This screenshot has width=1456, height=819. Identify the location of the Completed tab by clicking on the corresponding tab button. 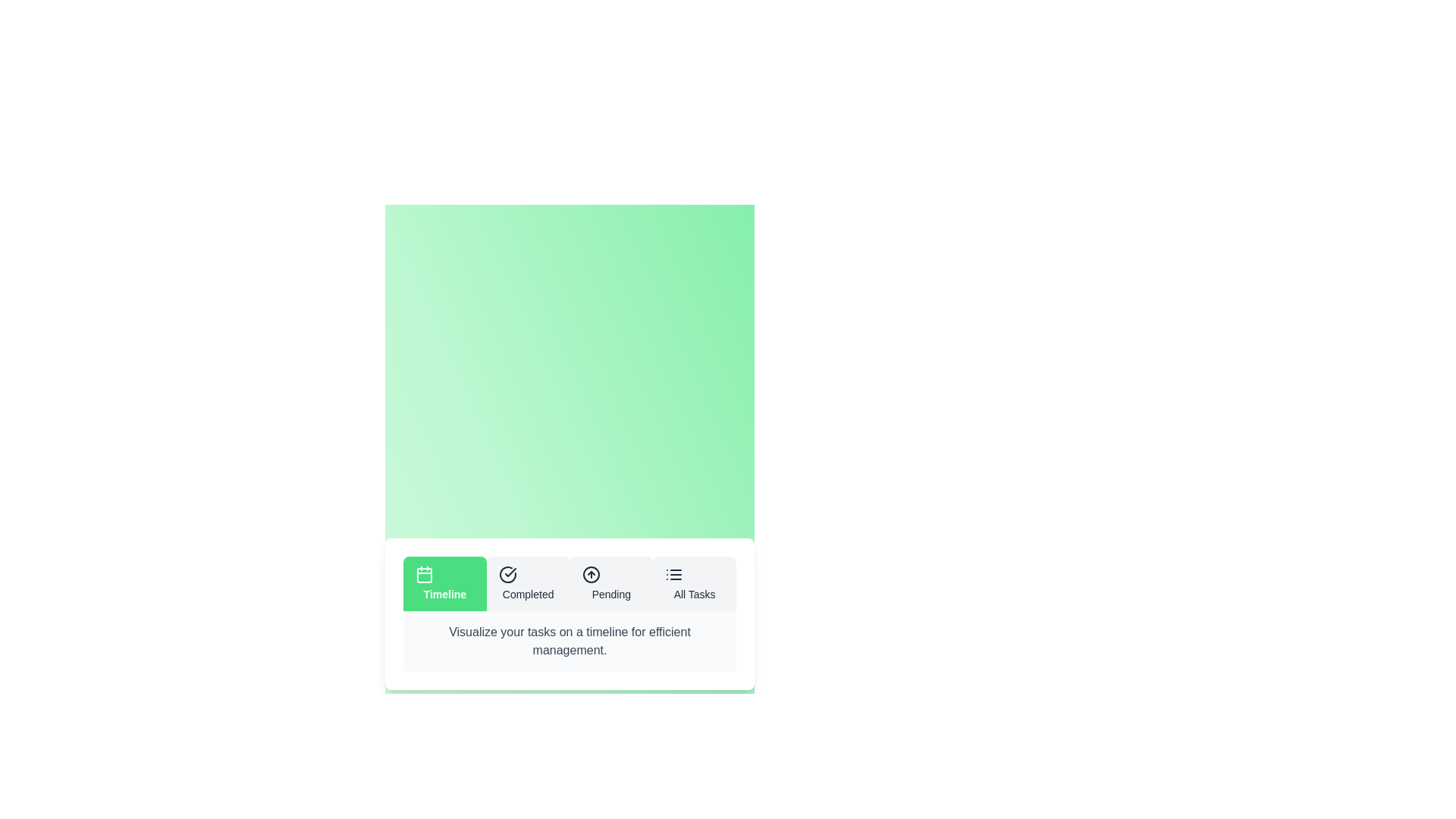
(528, 583).